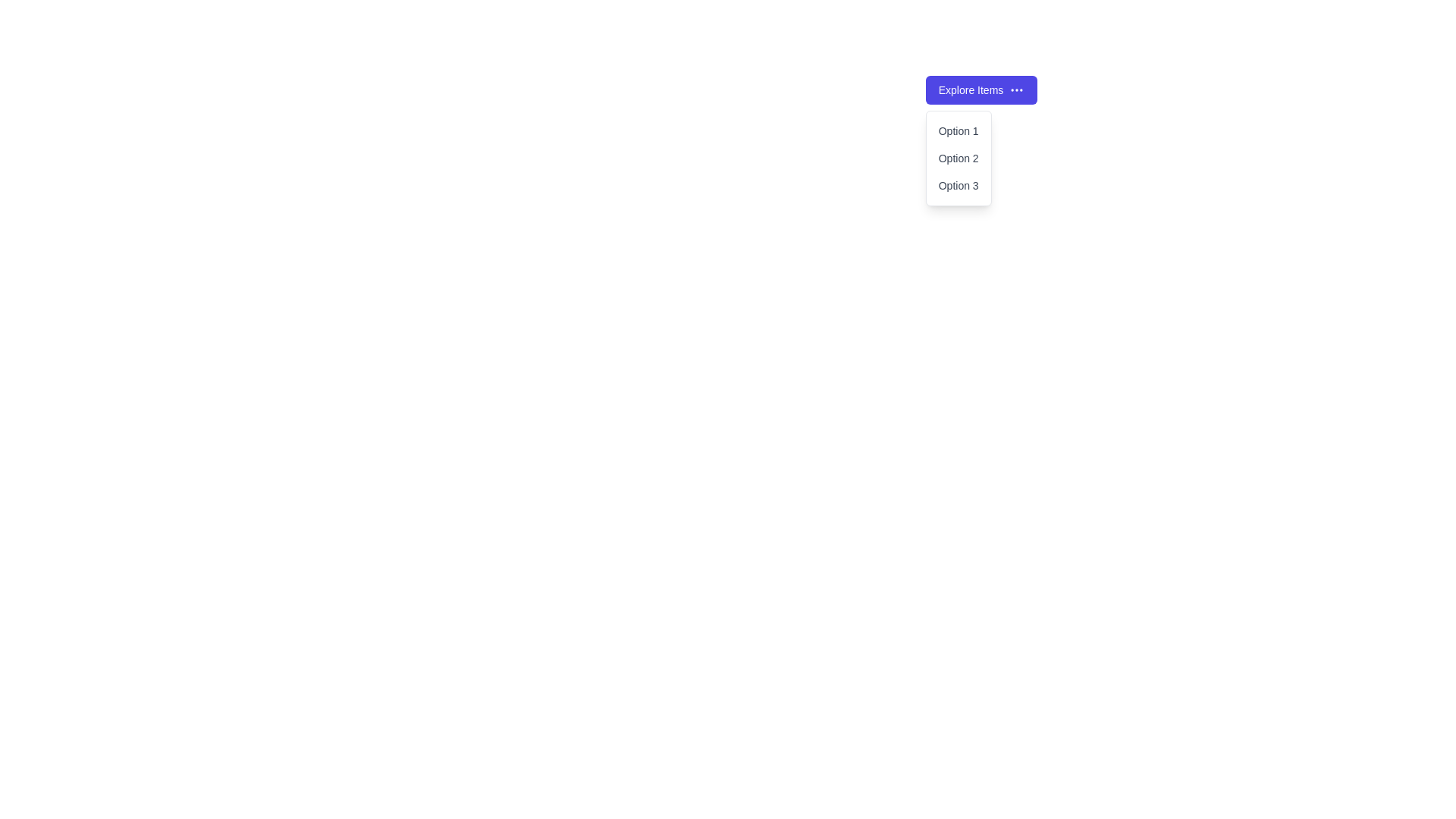 Image resolution: width=1456 pixels, height=819 pixels. Describe the element at coordinates (958, 185) in the screenshot. I see `the option Option 3 in the dropdown to preview its content` at that location.